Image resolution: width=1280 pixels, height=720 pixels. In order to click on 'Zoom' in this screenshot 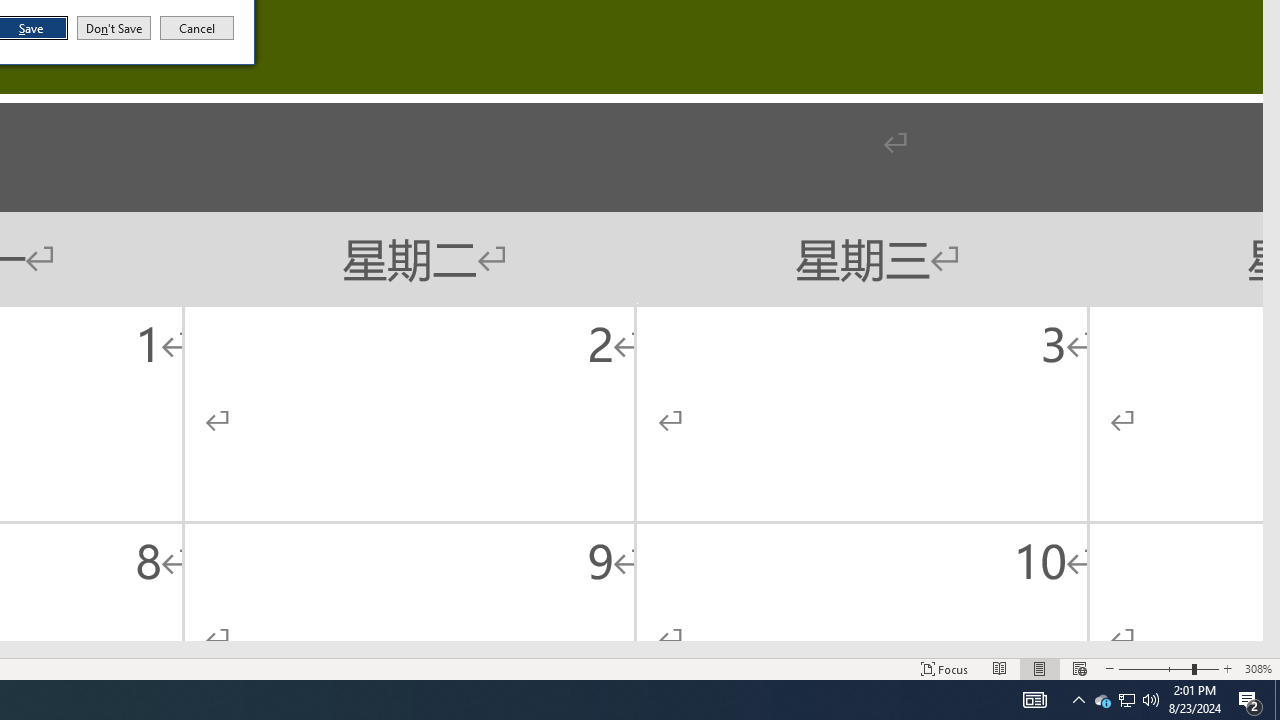, I will do `click(1168, 669)`.